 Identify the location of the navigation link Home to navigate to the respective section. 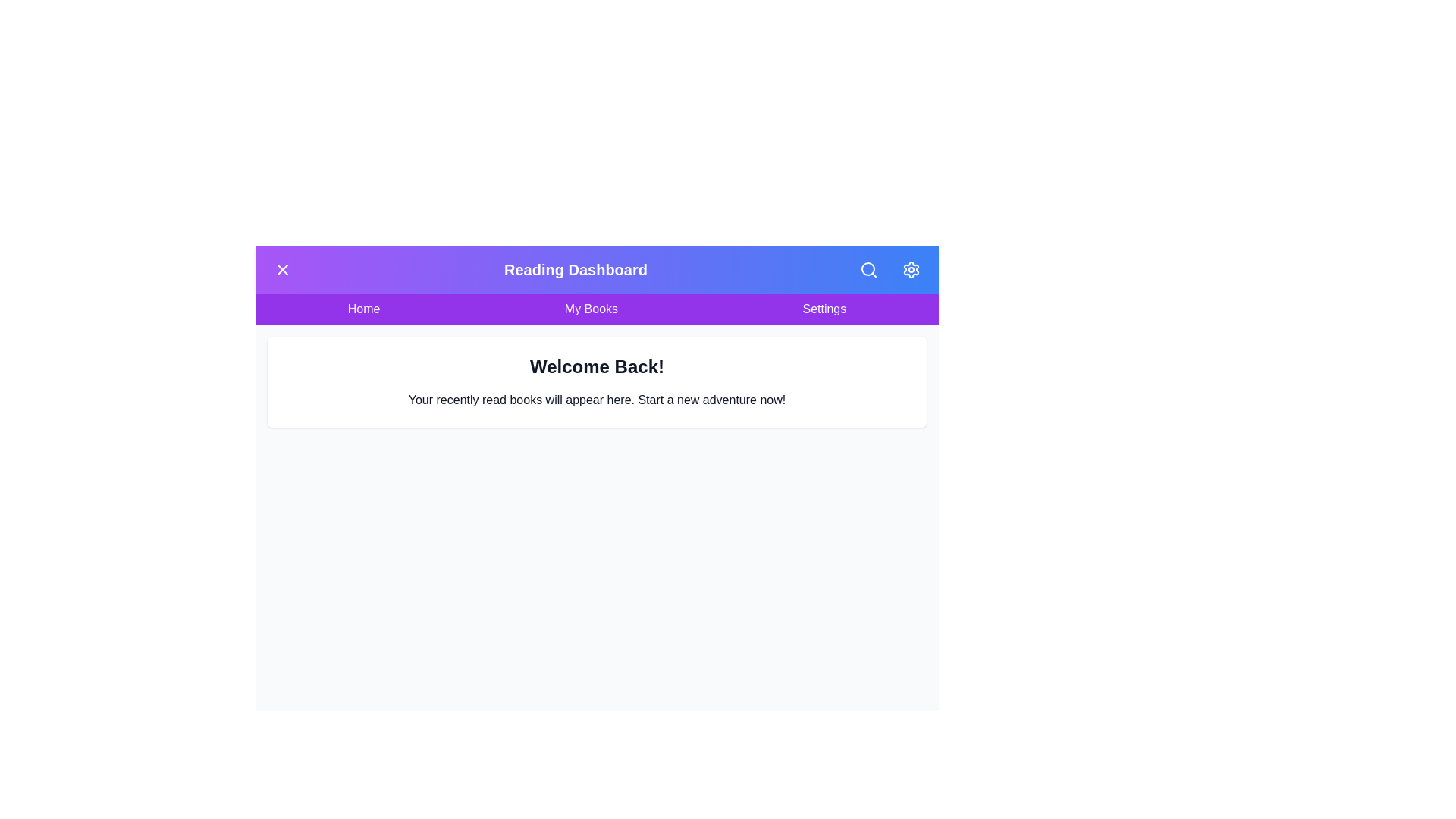
(364, 309).